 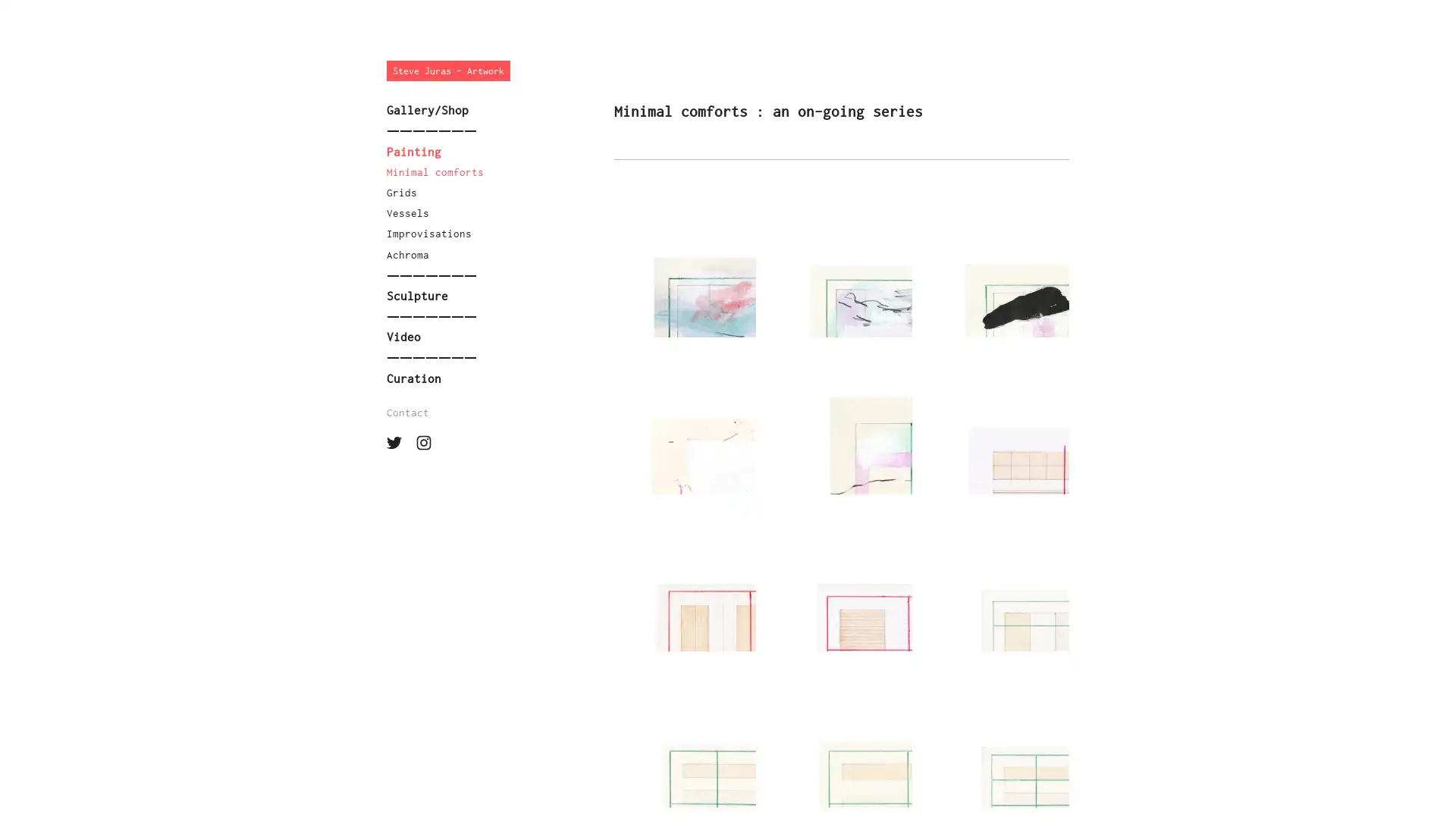 I want to click on View fullsize Pecking order, so click(x=997, y=736).